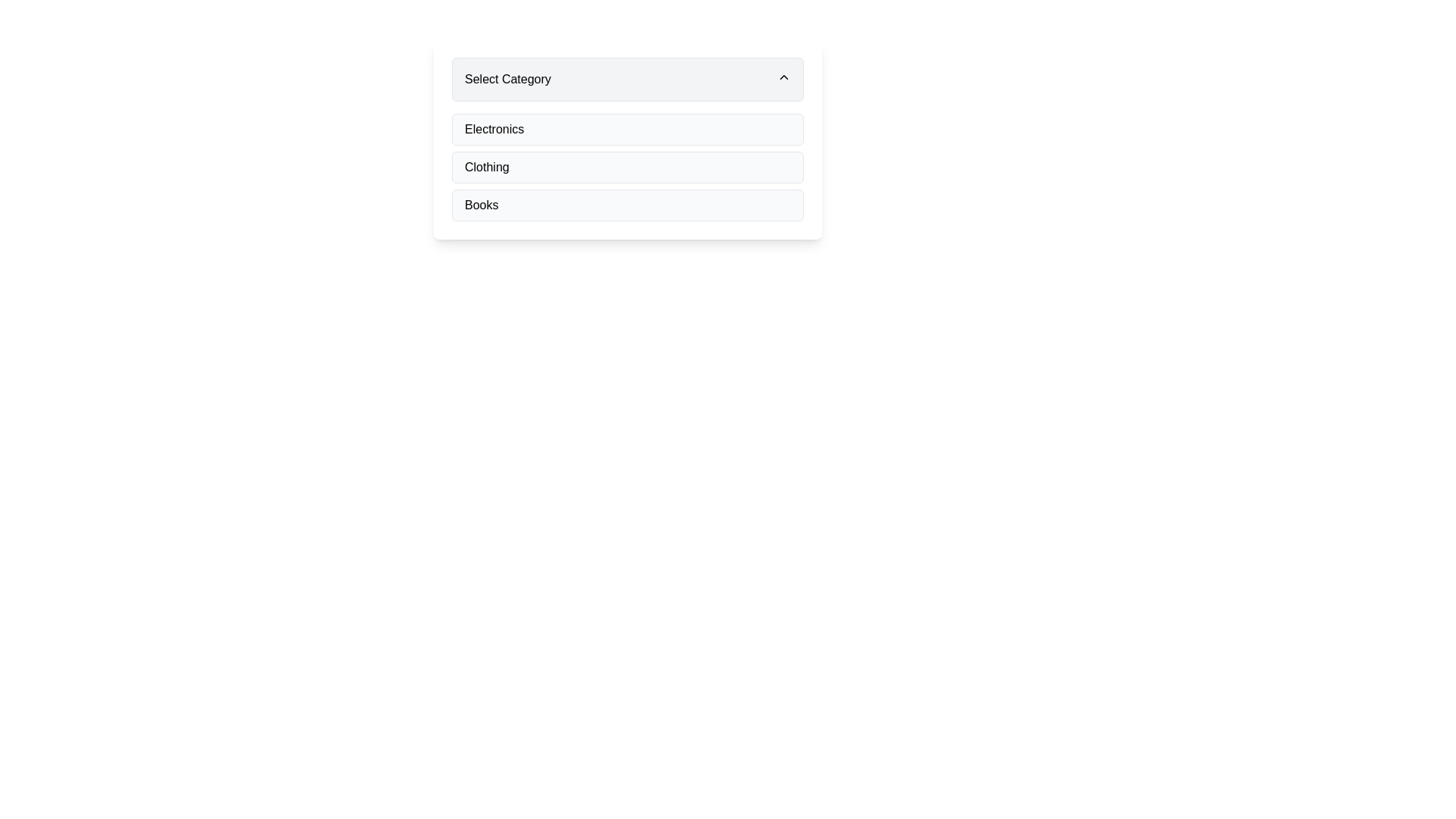 This screenshot has height=819, width=1456. What do you see at coordinates (628, 167) in the screenshot?
I see `the 'Clothing' button in the dropdown list` at bounding box center [628, 167].